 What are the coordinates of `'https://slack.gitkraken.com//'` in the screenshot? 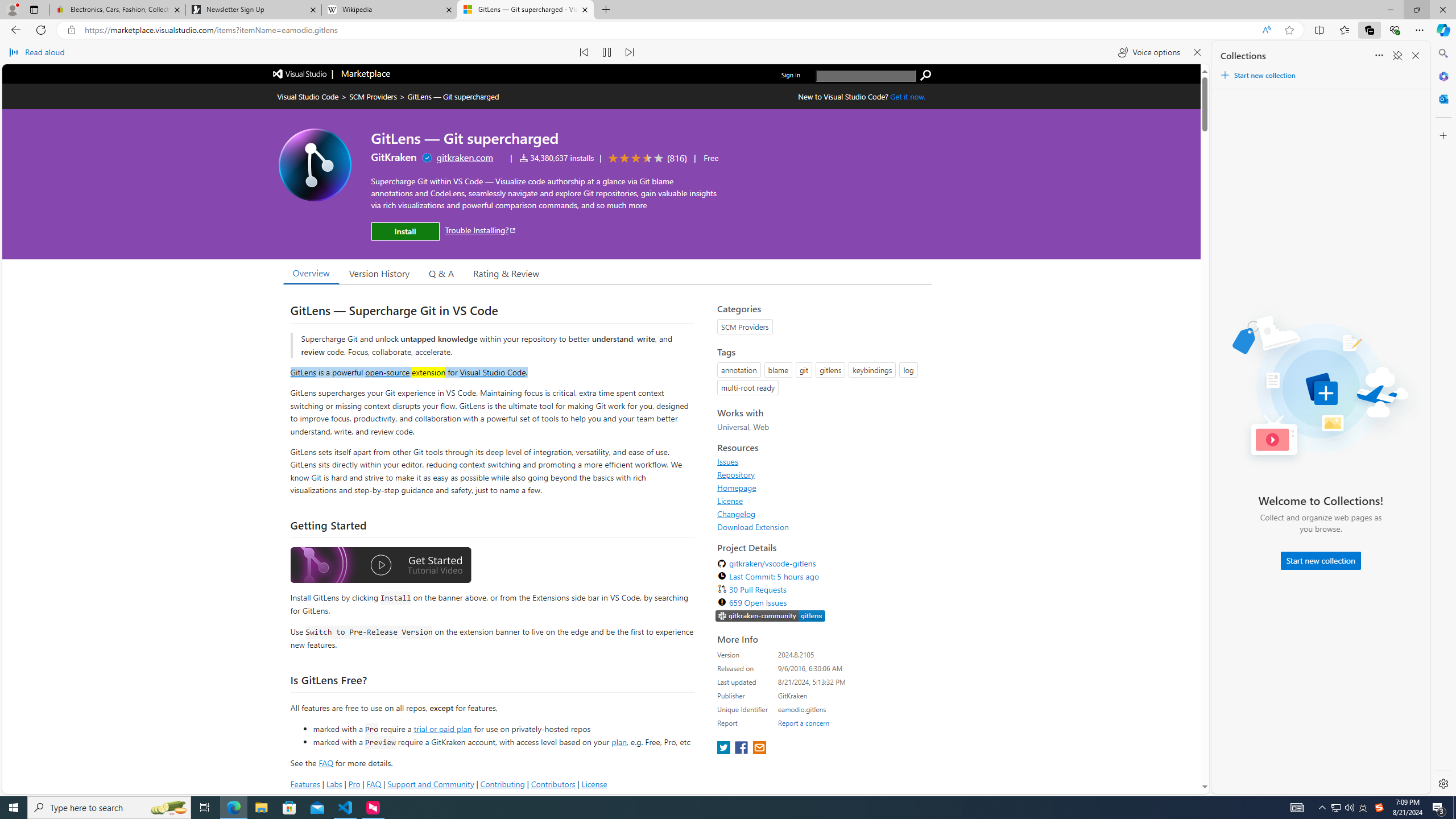 It's located at (770, 617).